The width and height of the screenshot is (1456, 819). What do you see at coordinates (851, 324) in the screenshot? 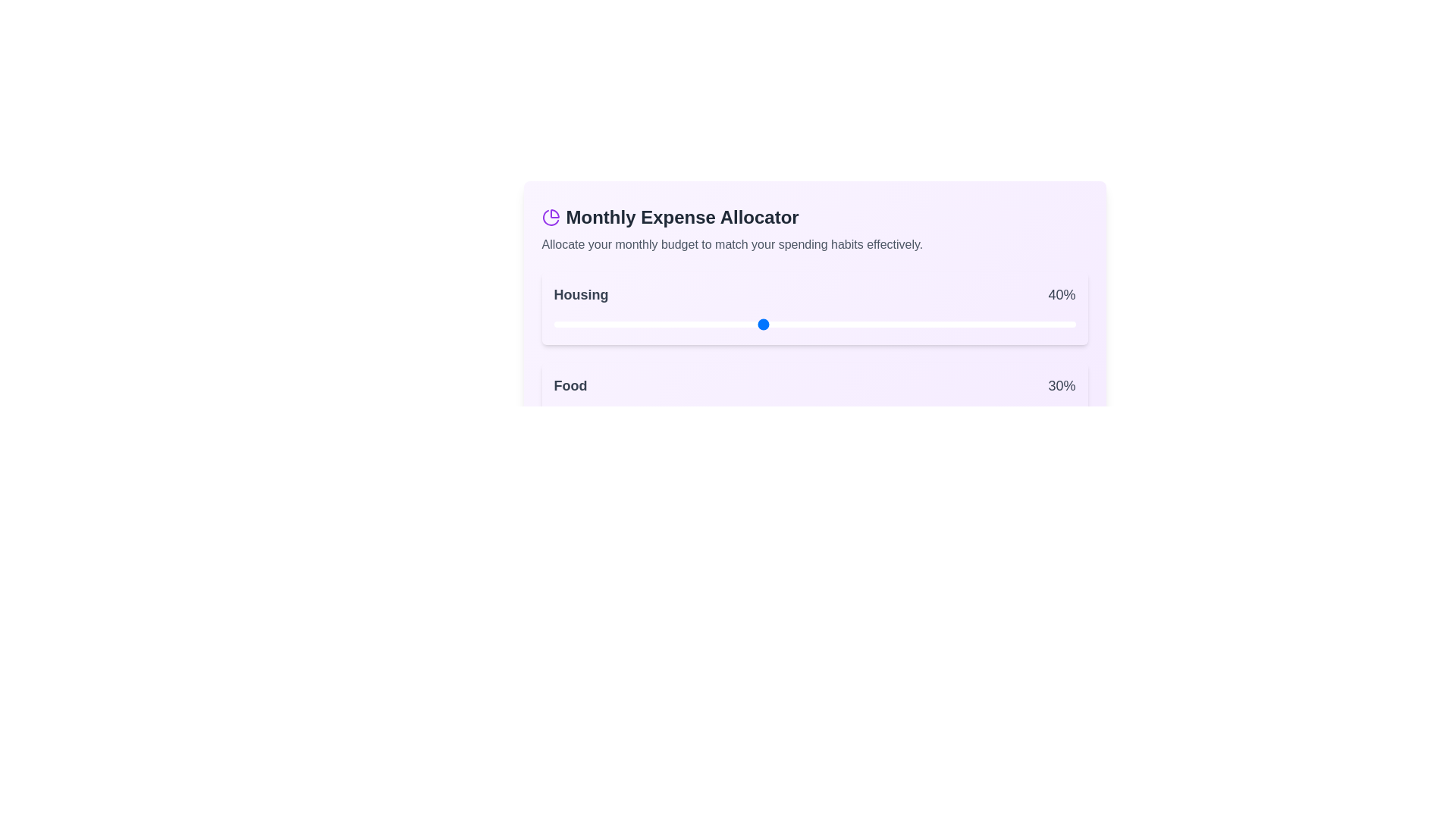
I see `the budget for Housing` at bounding box center [851, 324].